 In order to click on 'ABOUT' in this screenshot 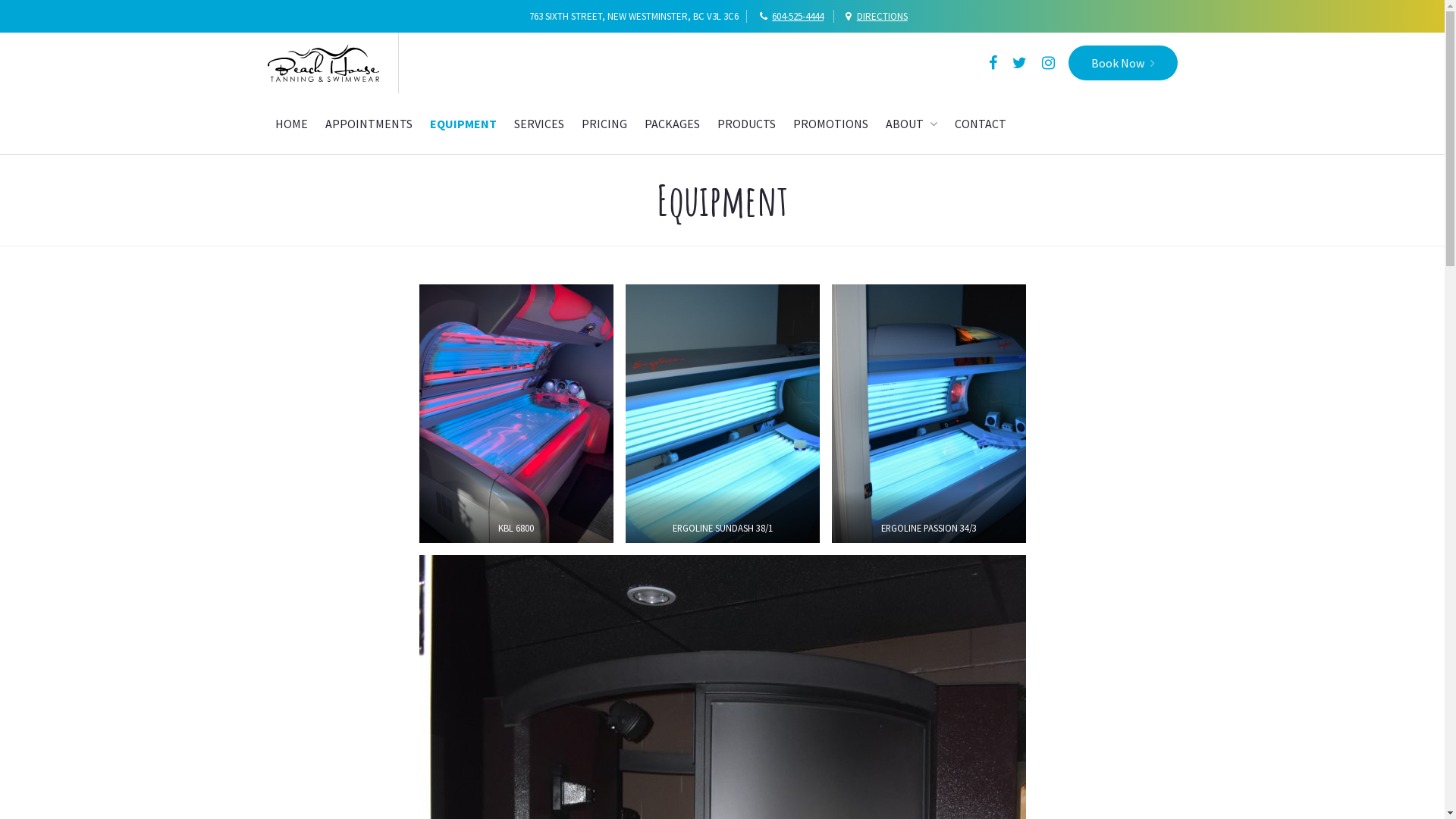, I will do `click(910, 122)`.